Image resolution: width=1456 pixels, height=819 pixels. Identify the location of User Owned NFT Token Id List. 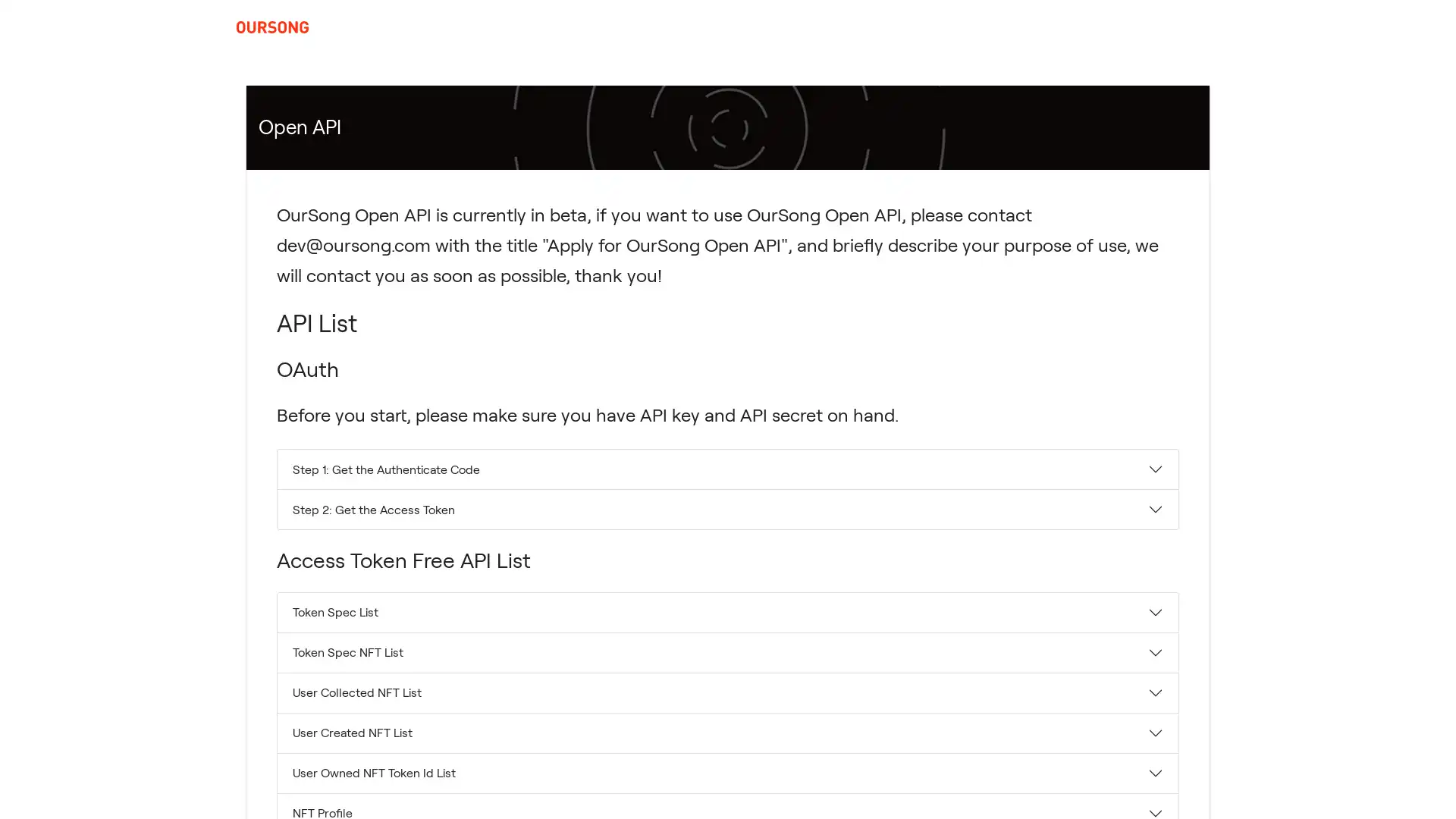
(728, 772).